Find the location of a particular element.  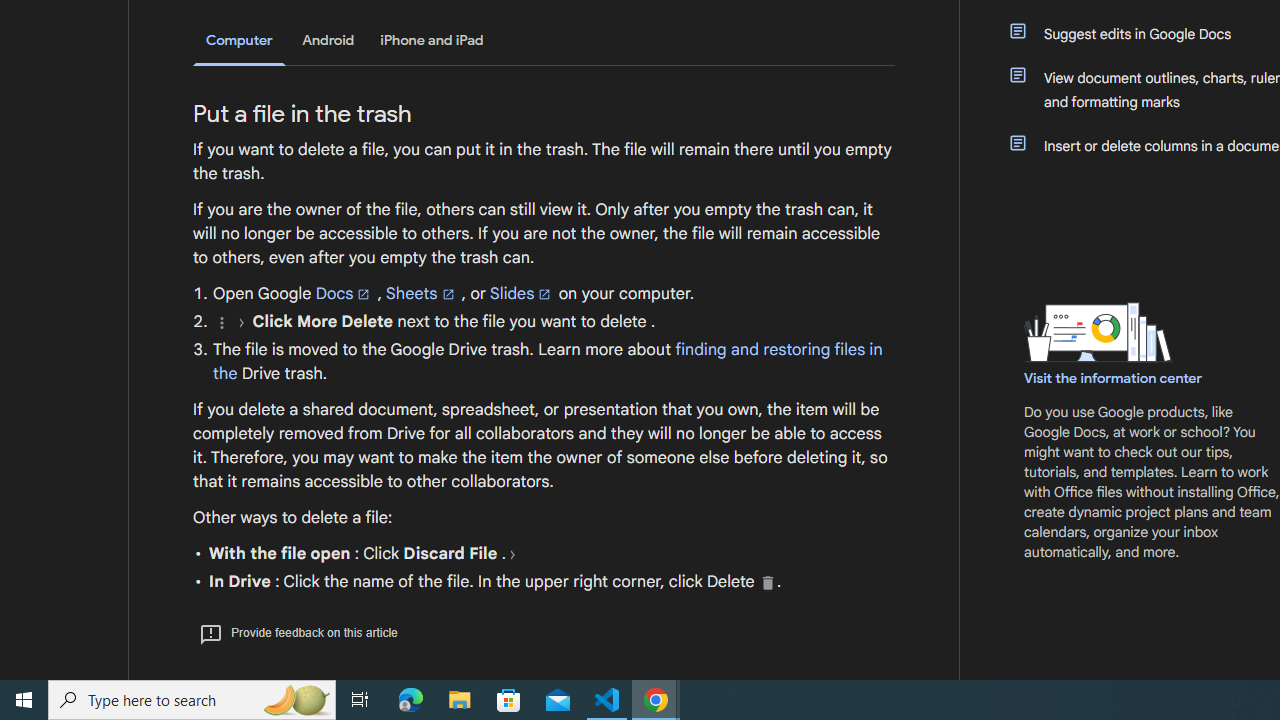

'Docs' is located at coordinates (344, 293).